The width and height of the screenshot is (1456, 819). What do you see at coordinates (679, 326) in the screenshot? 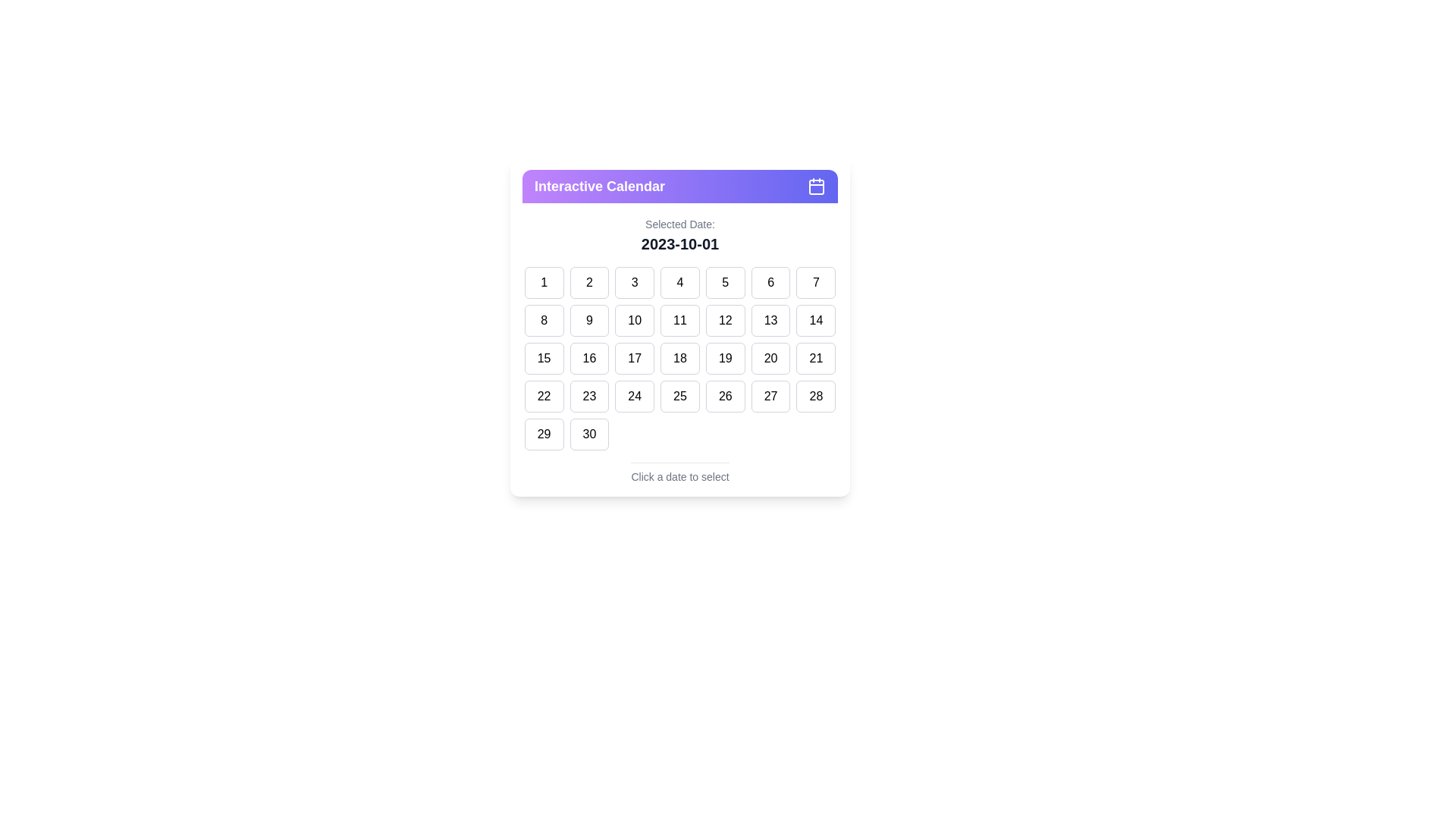
I see `a date in the grid of the 'Interactive Calendar' component` at bounding box center [679, 326].